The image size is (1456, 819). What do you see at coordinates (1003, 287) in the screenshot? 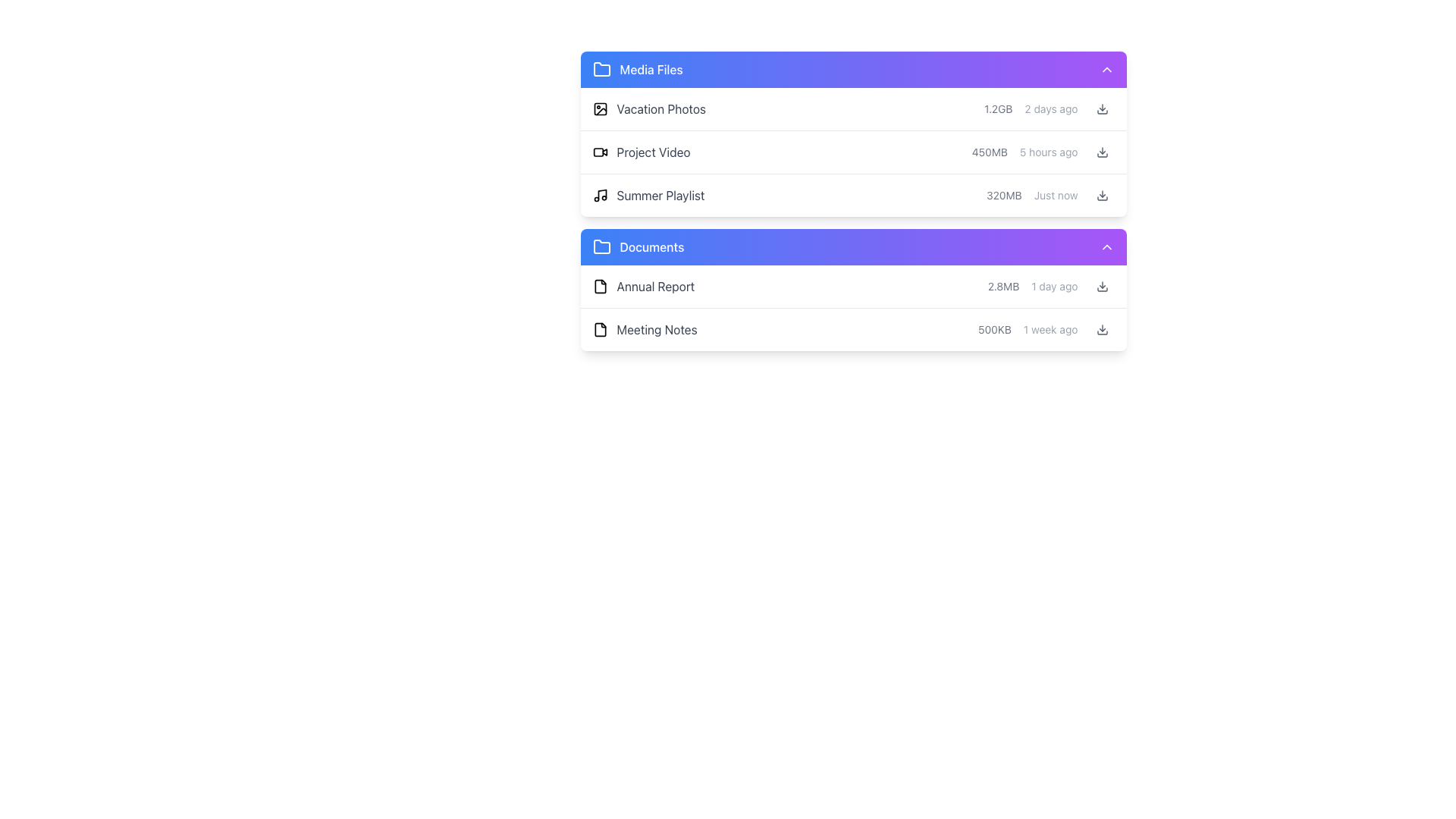
I see `the static text indicating the file size value for the 'Annual Report' file entry, which is located in the second panel labeled 'Documents', positioned to the right of the file title and to the left of the '1 day ago' timestamp` at bounding box center [1003, 287].